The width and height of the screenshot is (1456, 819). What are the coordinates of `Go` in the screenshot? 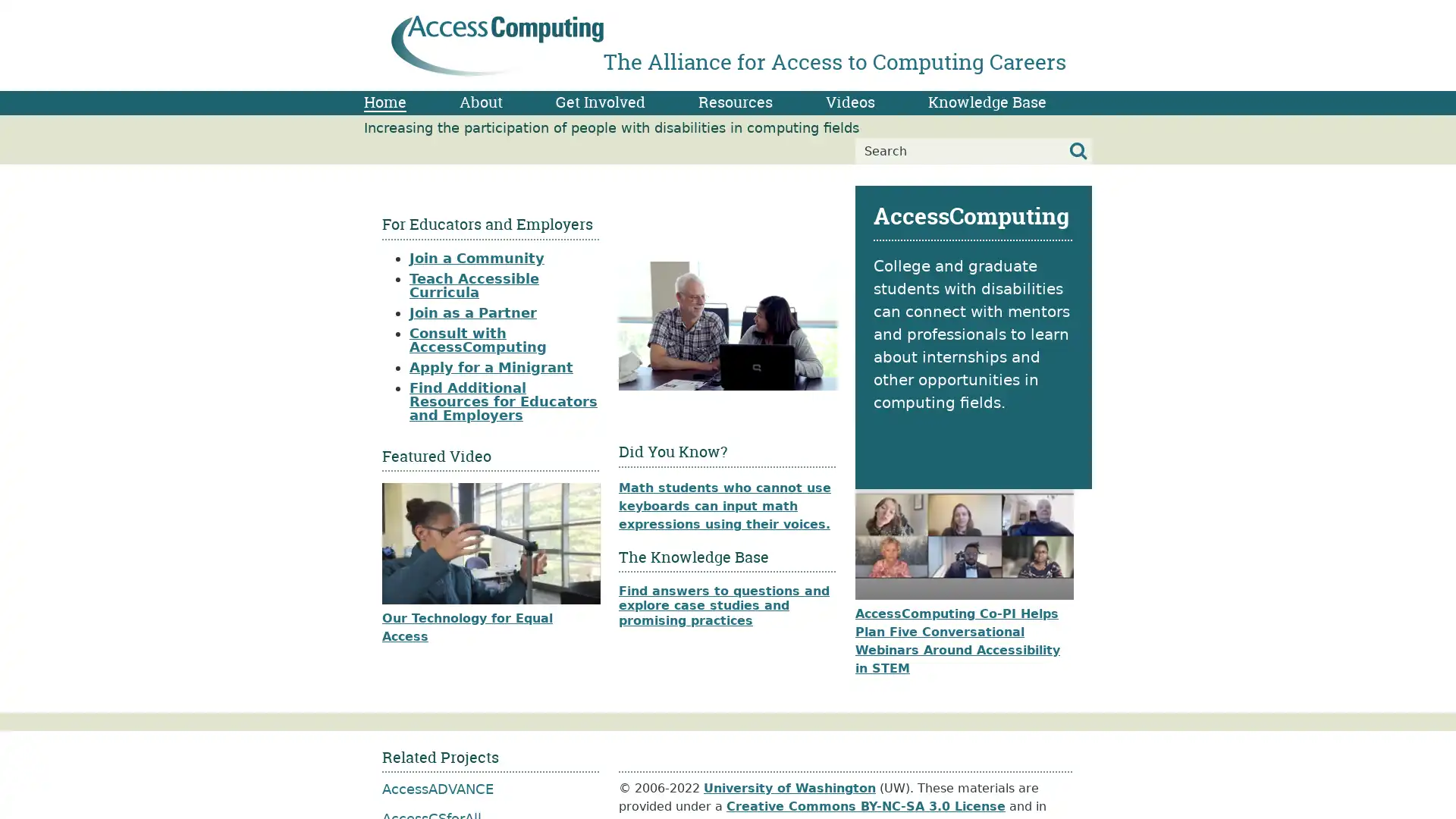 It's located at (1078, 151).